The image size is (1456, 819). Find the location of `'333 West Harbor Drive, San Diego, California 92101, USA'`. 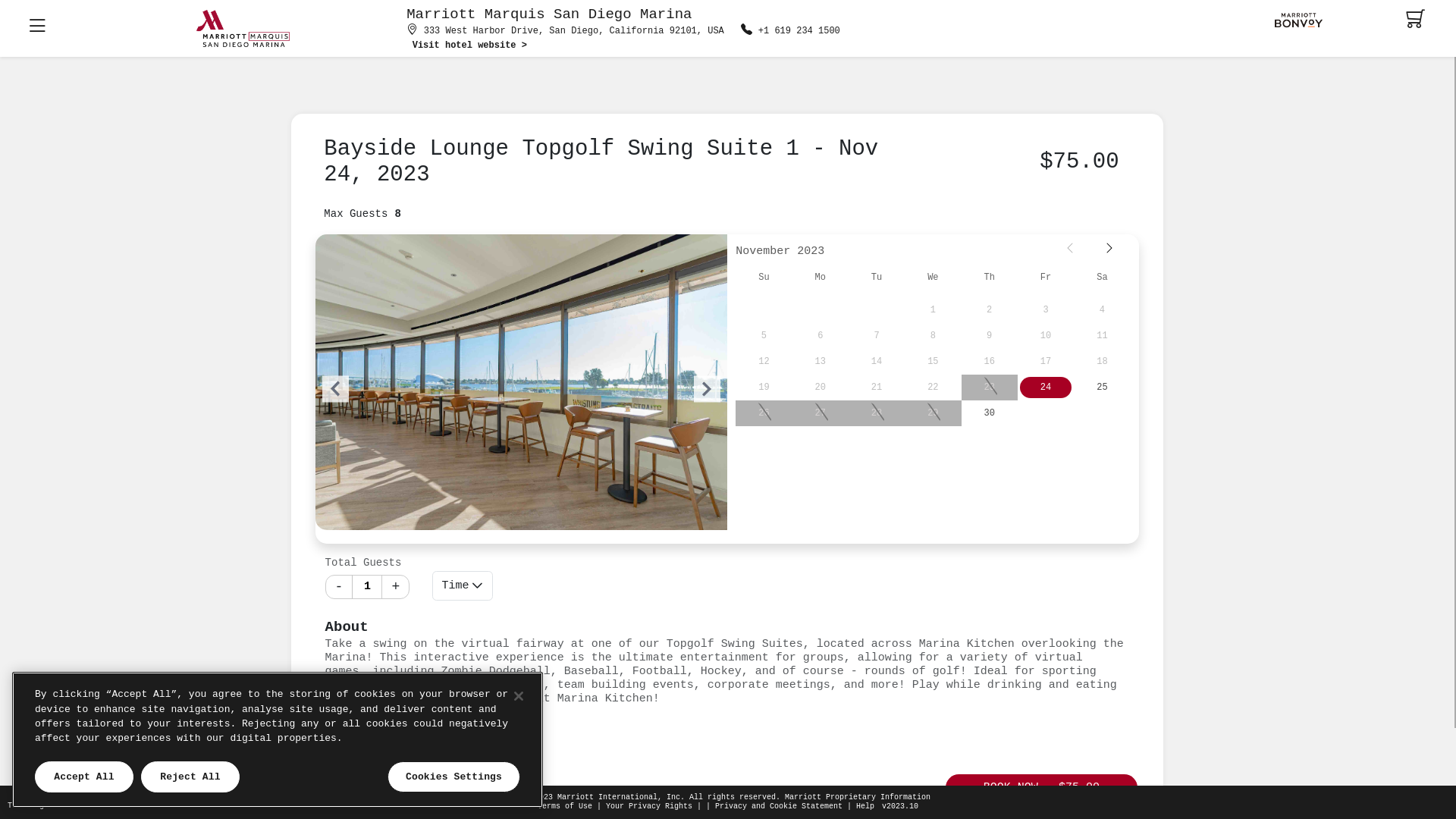

'333 West Harbor Drive, San Diego, California 92101, USA' is located at coordinates (573, 31).